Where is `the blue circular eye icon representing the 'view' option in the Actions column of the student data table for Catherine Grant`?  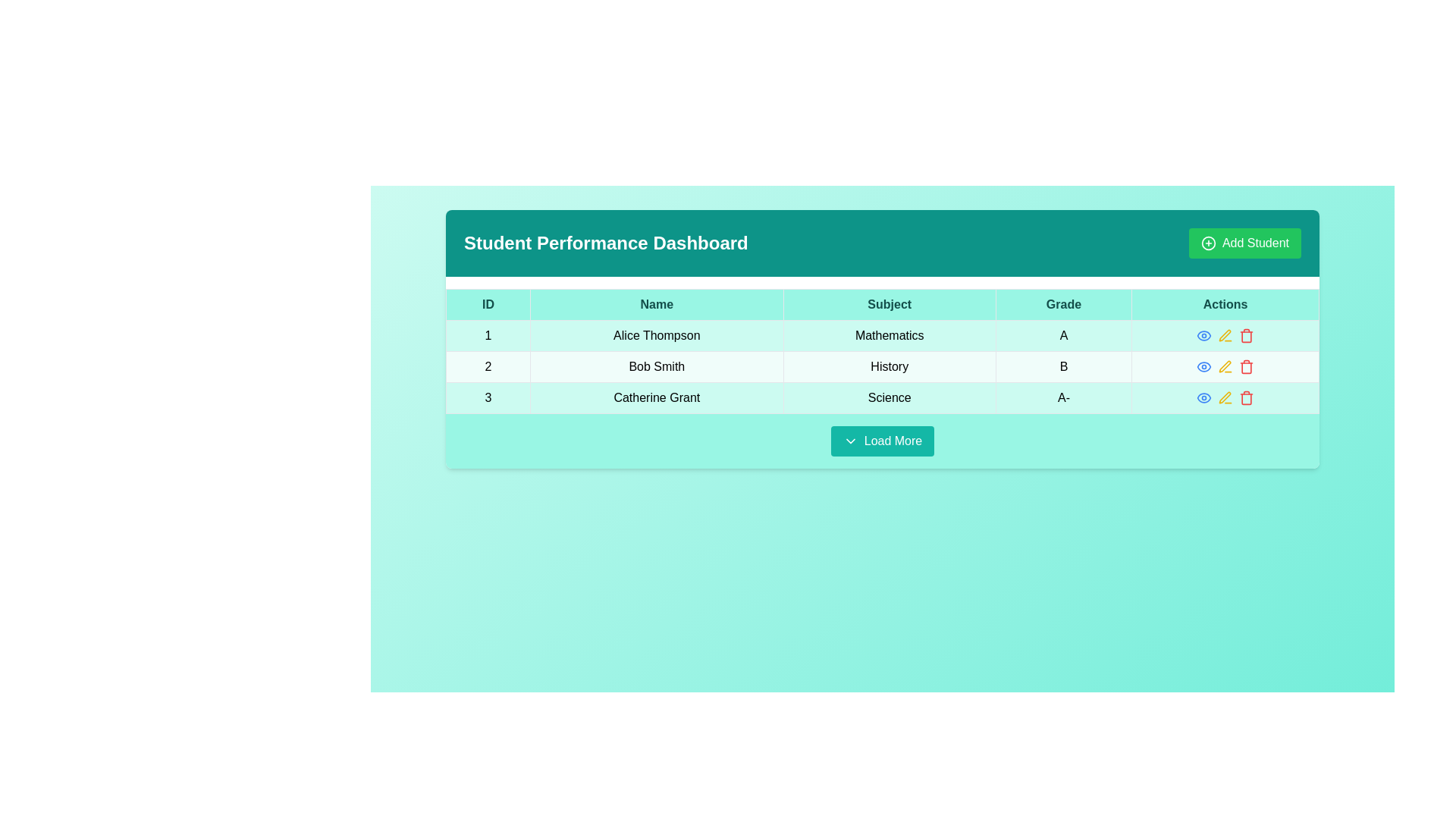
the blue circular eye icon representing the 'view' option in the Actions column of the student data table for Catherine Grant is located at coordinates (1203, 397).